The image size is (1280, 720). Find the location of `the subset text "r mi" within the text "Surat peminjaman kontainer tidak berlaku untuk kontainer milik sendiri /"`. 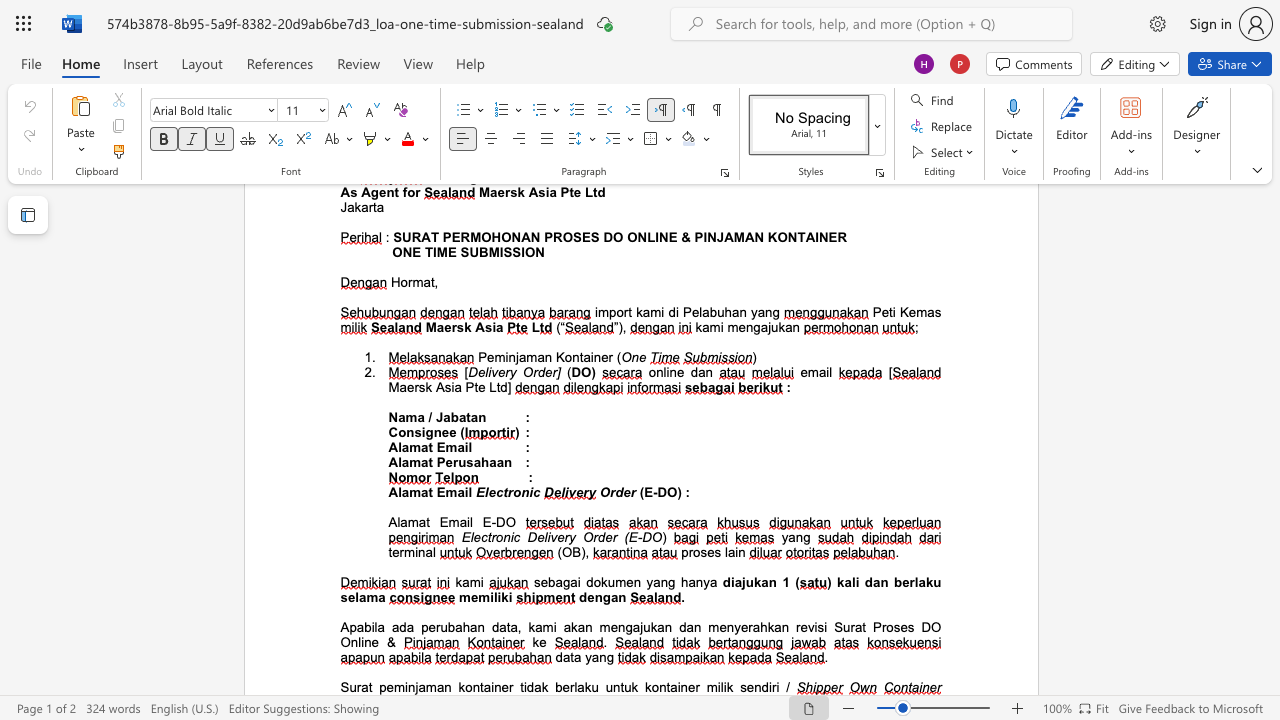

the subset text "r mi" within the text "Surat peminjaman kontainer tidak berlaku untuk kontainer milik sendiri /" is located at coordinates (695, 686).